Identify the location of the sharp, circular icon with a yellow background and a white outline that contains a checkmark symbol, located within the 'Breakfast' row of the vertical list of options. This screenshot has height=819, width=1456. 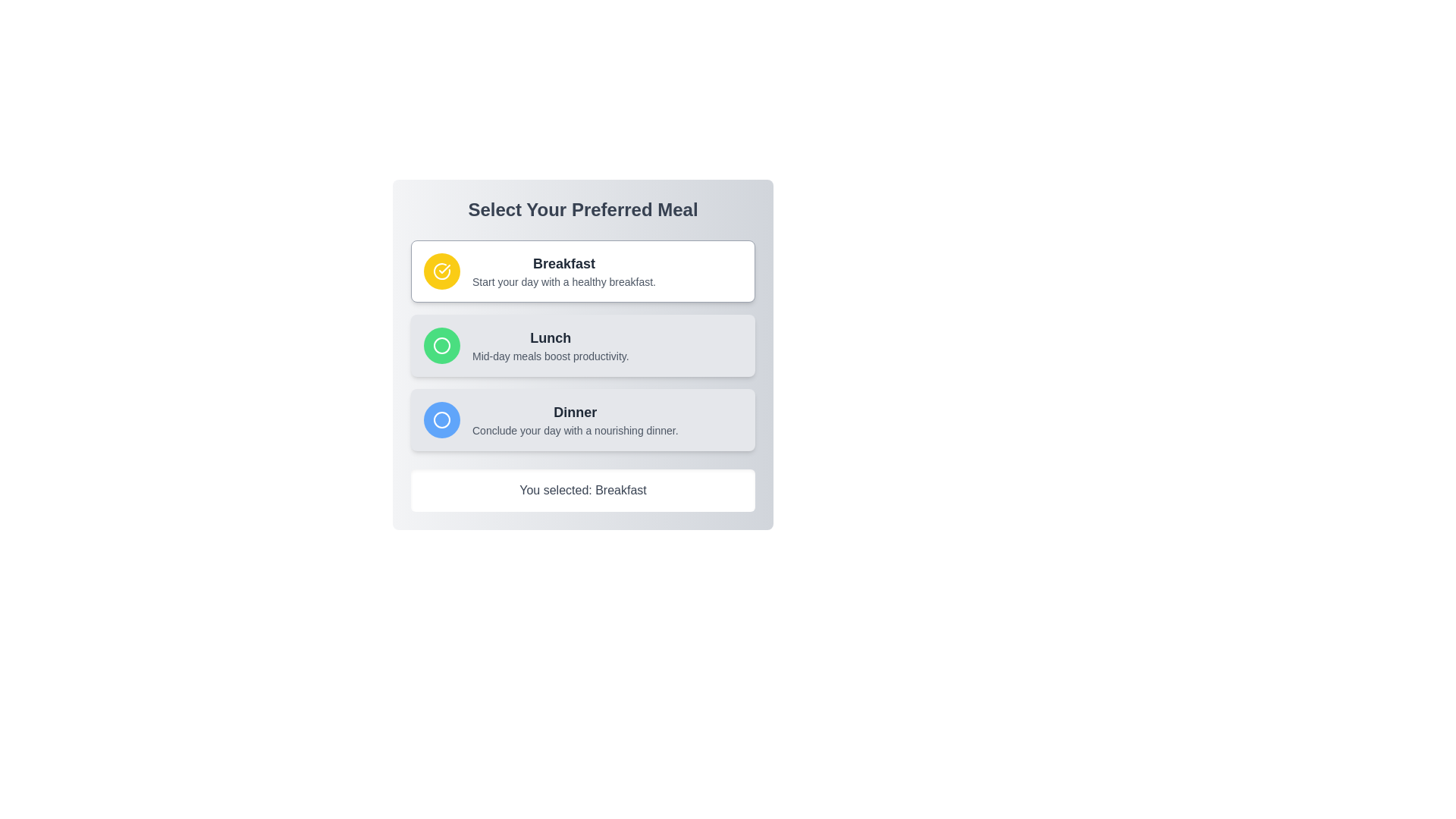
(441, 271).